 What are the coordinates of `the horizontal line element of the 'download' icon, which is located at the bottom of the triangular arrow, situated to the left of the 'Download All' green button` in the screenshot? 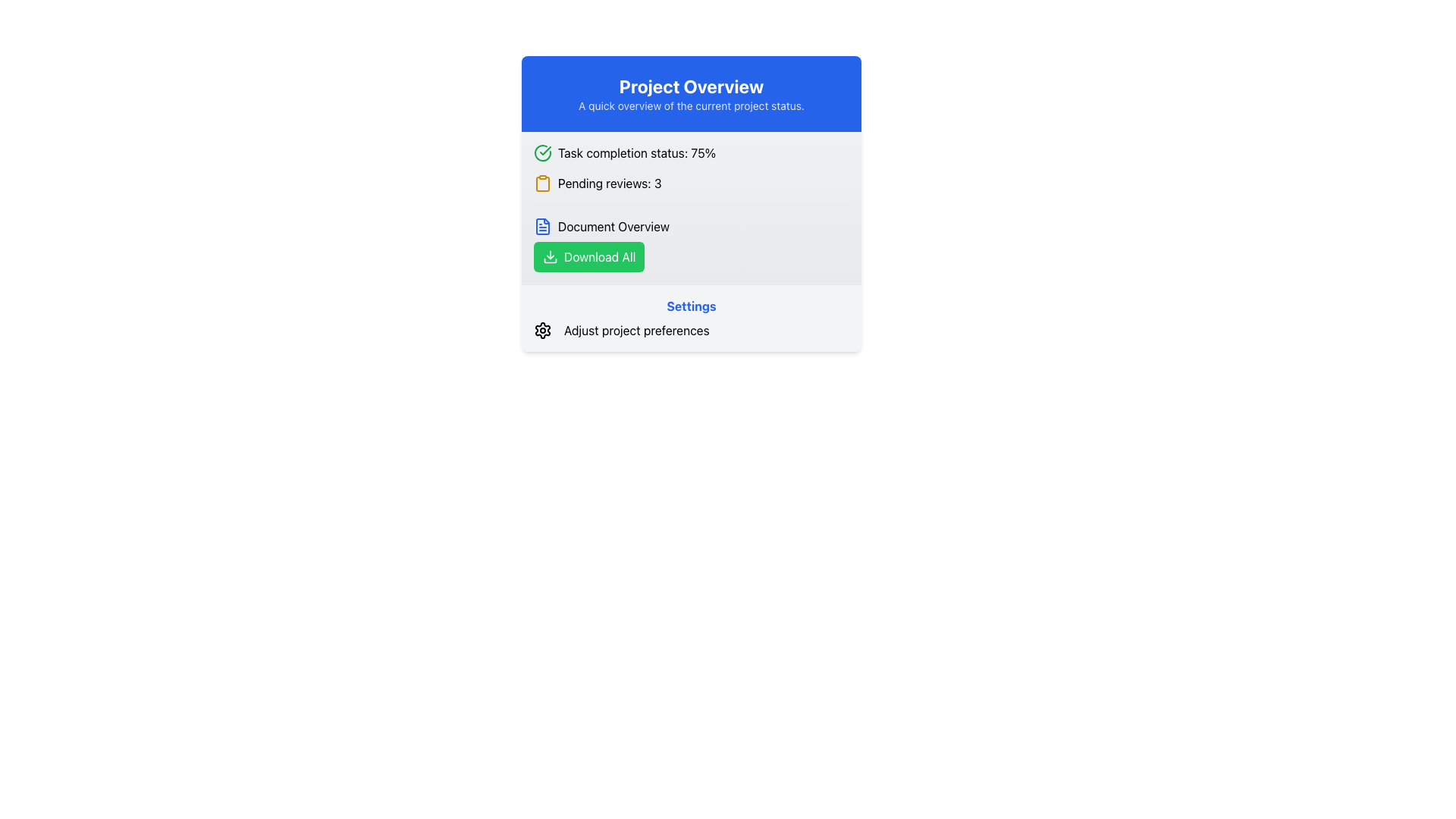 It's located at (549, 259).